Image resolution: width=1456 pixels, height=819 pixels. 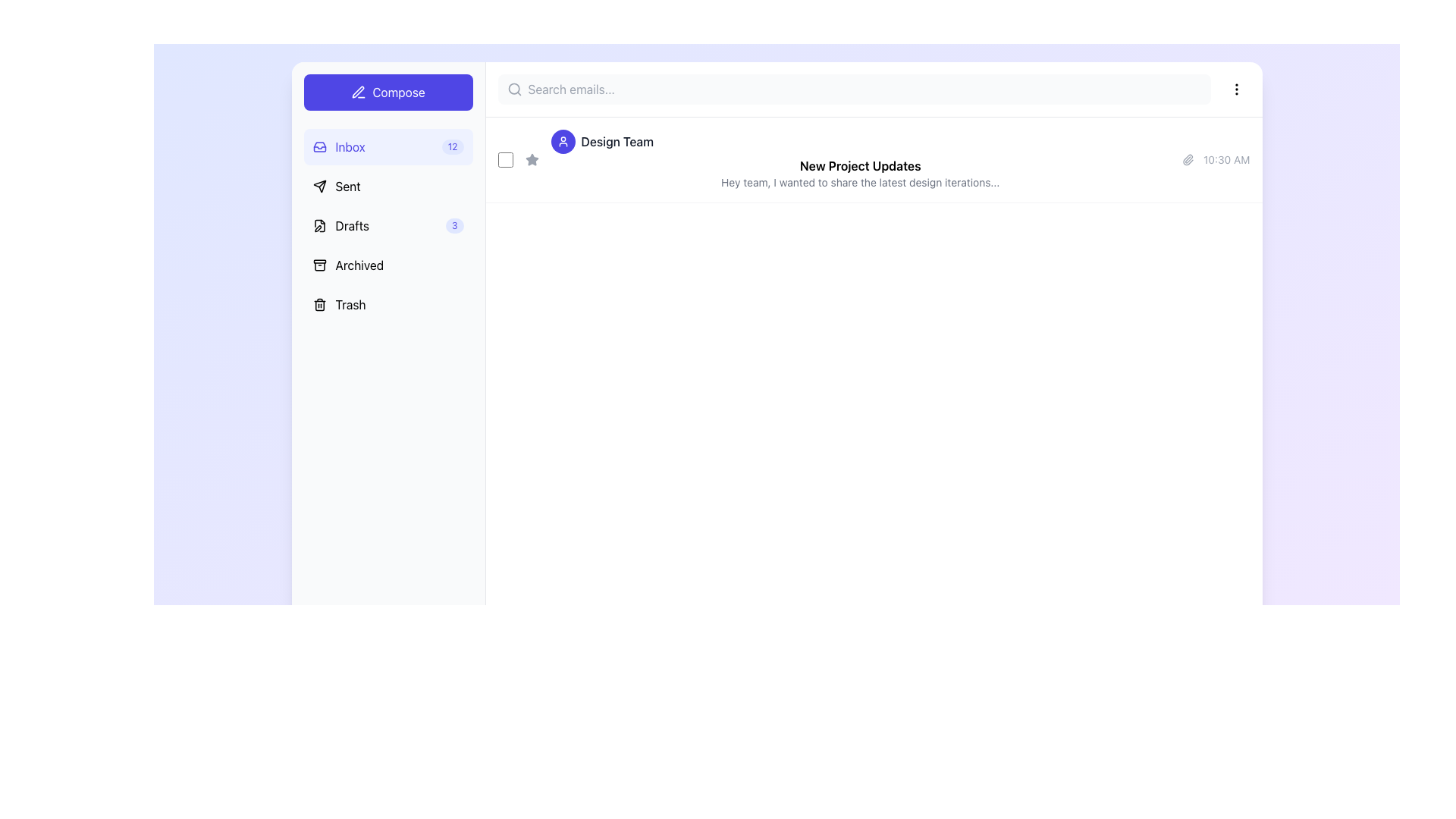 What do you see at coordinates (350, 304) in the screenshot?
I see `the 'Trash' navigation button located at the bottom of the left vertical navigation menu` at bounding box center [350, 304].